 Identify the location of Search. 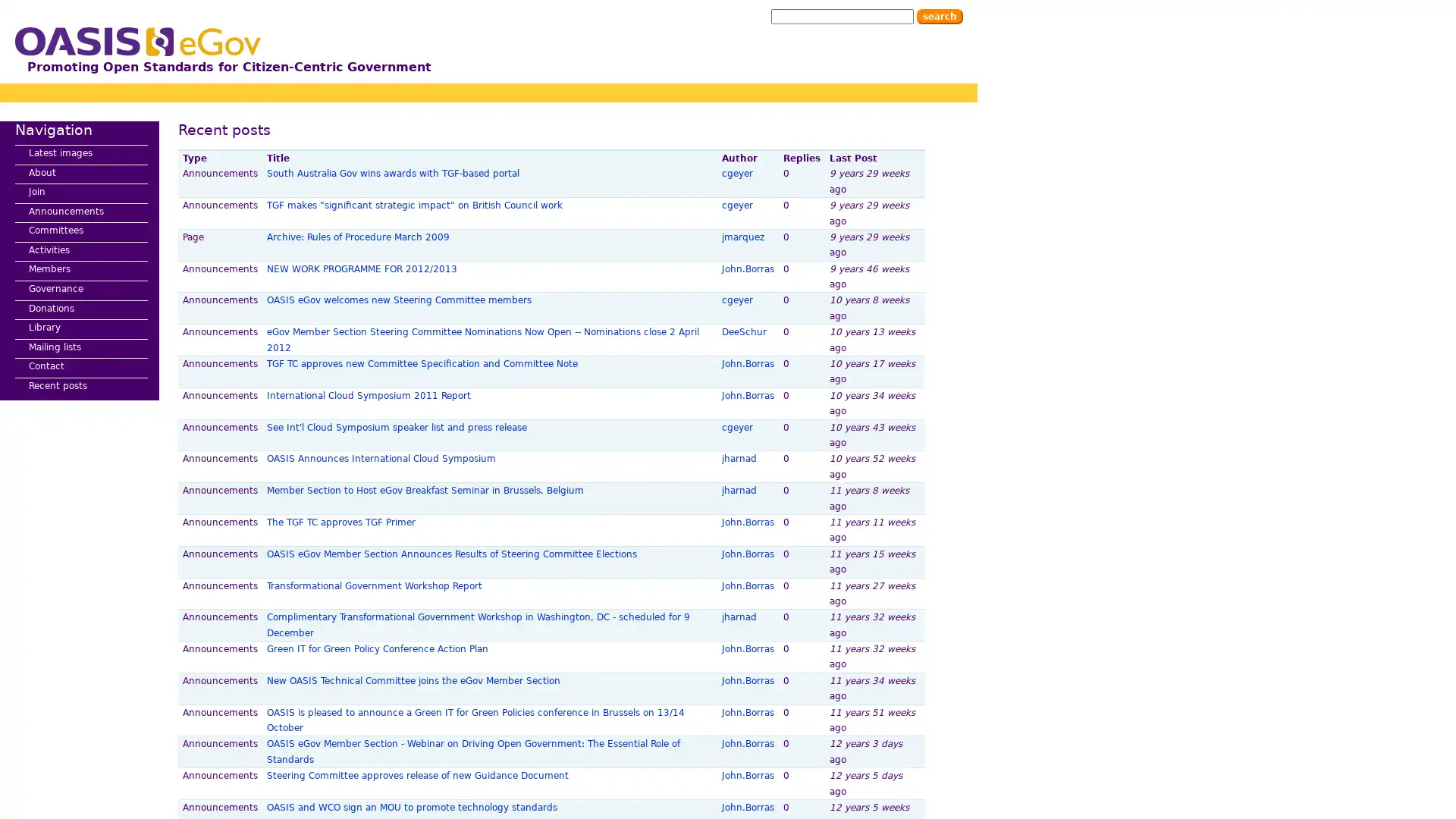
(939, 17).